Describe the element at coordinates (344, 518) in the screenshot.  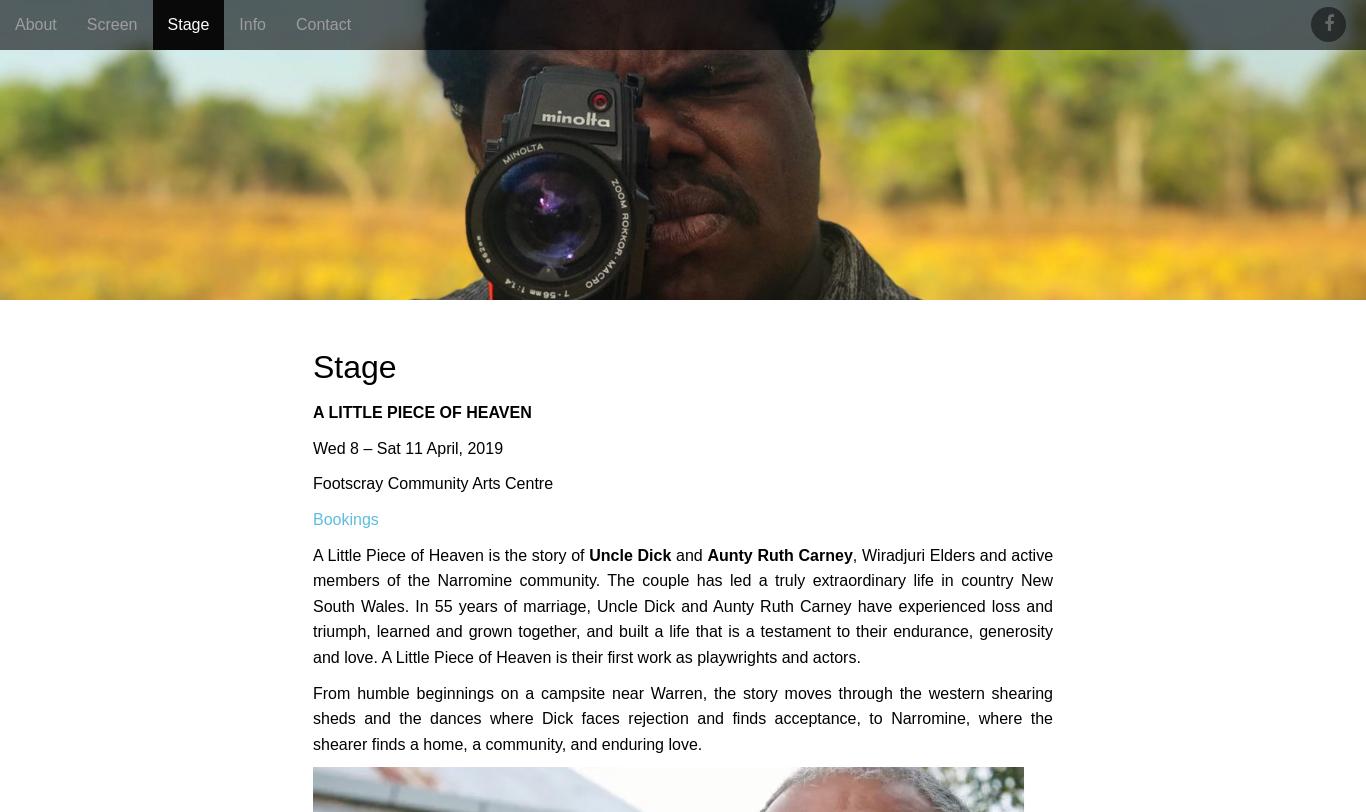
I see `'Bookings'` at that location.